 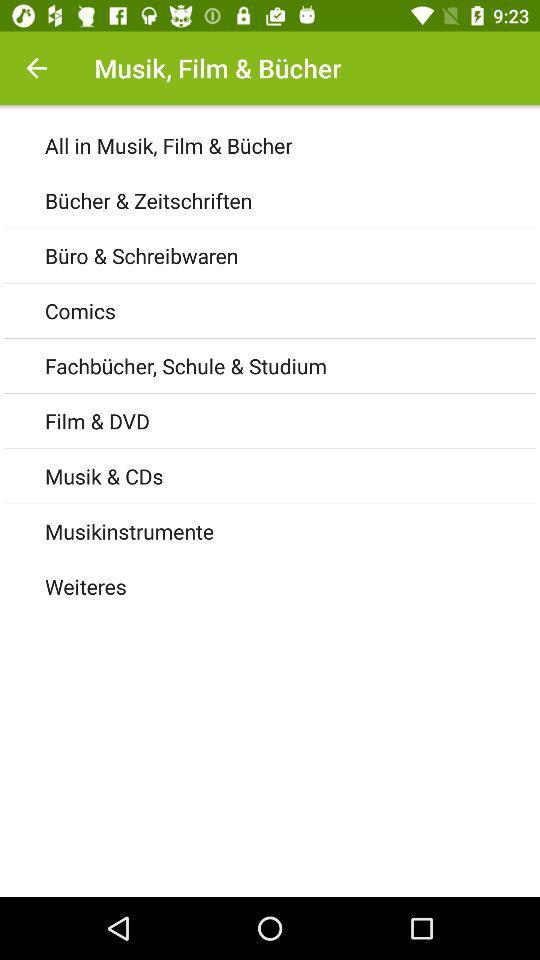 What do you see at coordinates (291, 365) in the screenshot?
I see `the icon above the film & dvd item` at bounding box center [291, 365].